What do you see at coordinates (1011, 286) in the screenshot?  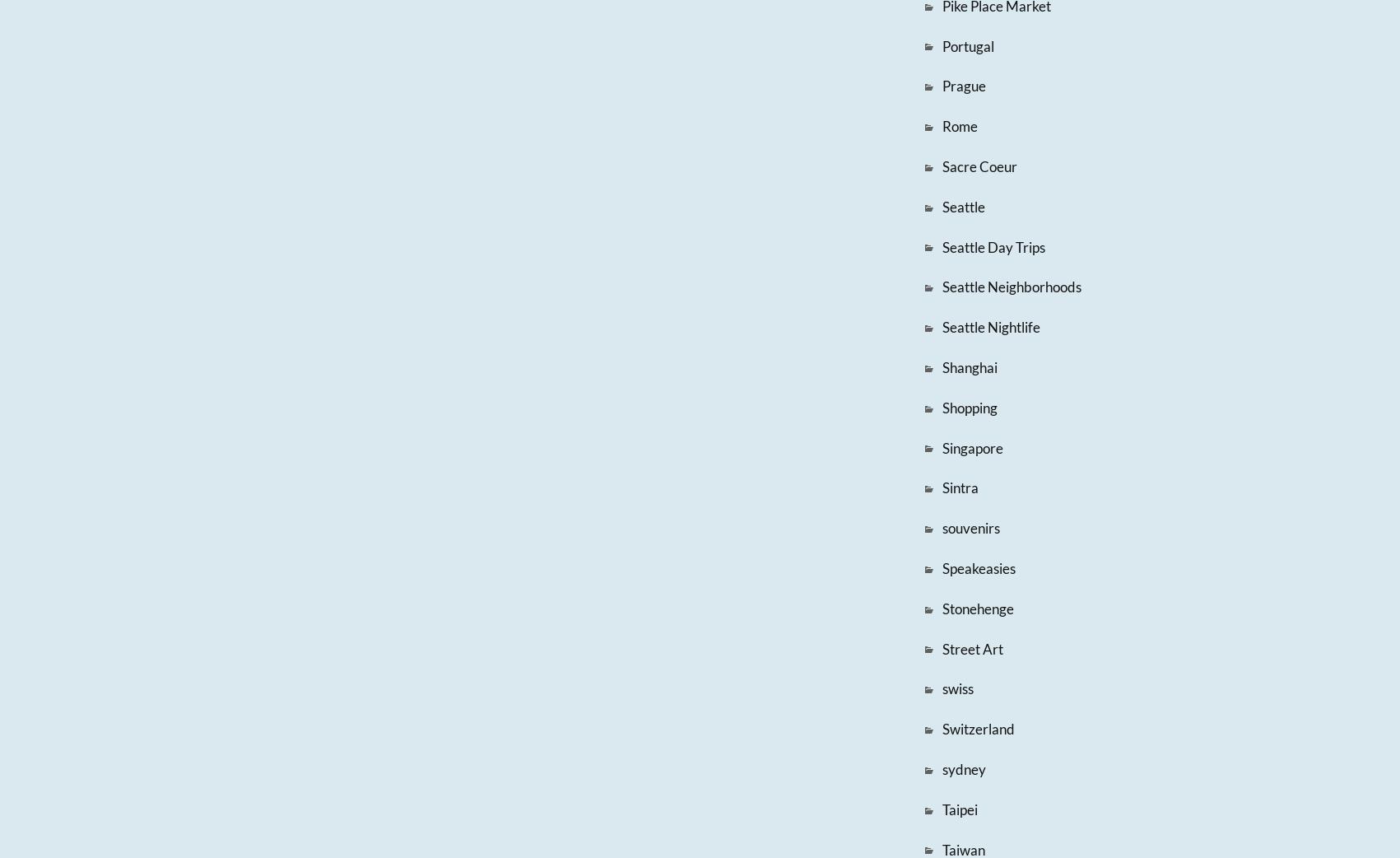 I see `'Seattle Neighborhoods'` at bounding box center [1011, 286].